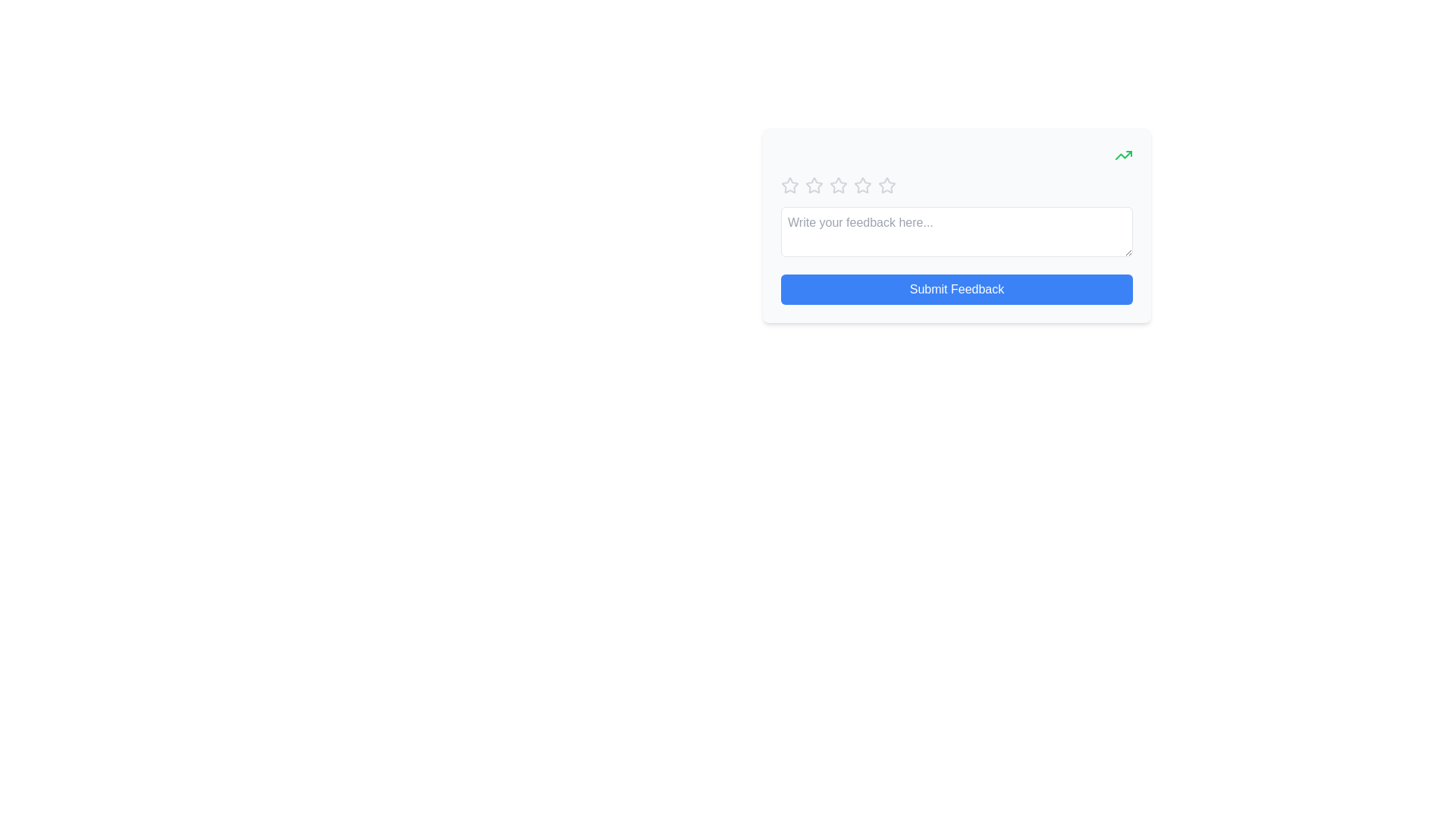 The image size is (1456, 819). What do you see at coordinates (886, 184) in the screenshot?
I see `the fifth star icon` at bounding box center [886, 184].